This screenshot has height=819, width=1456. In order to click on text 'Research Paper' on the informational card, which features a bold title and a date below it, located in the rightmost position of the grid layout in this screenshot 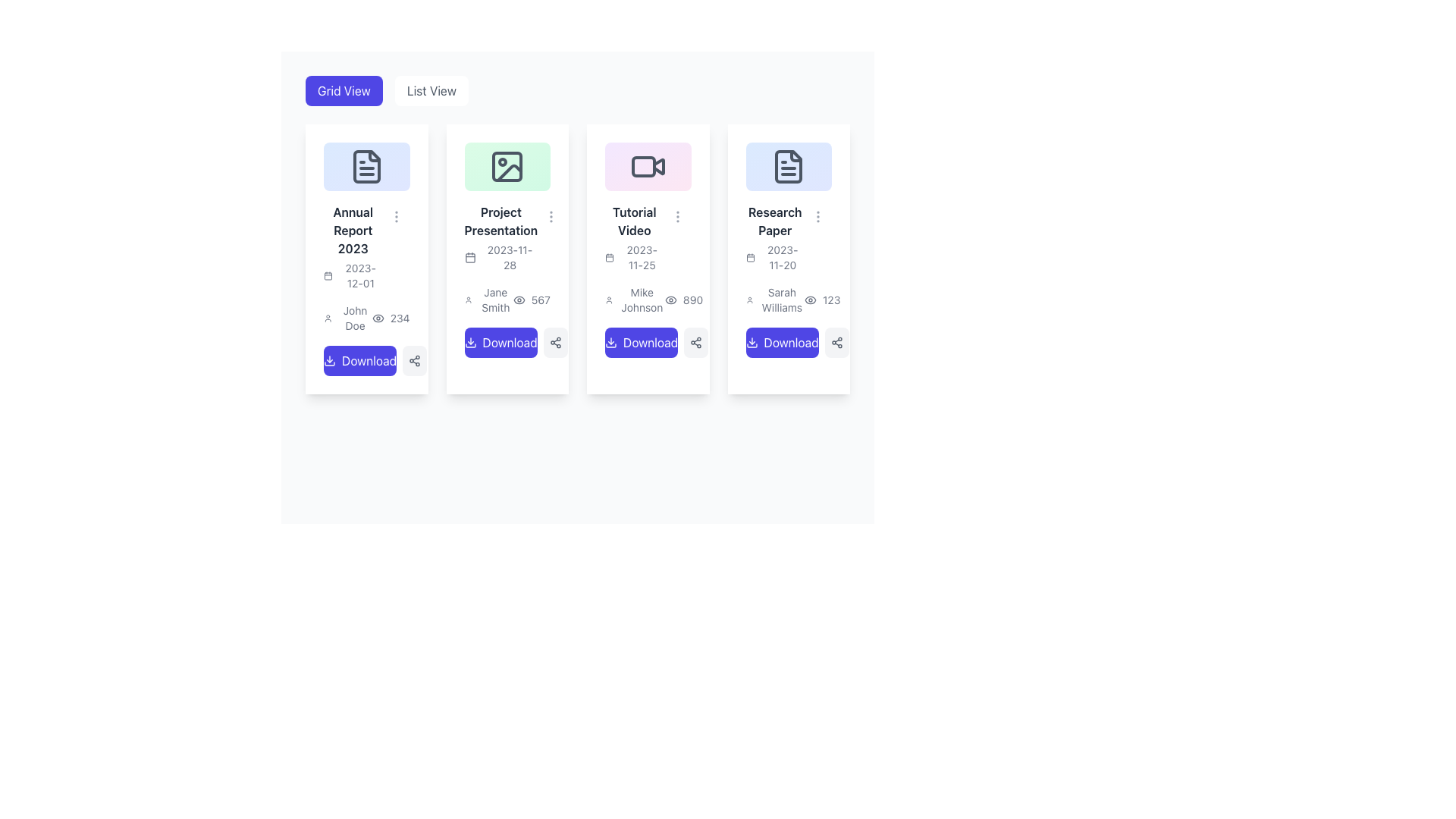, I will do `click(775, 237)`.